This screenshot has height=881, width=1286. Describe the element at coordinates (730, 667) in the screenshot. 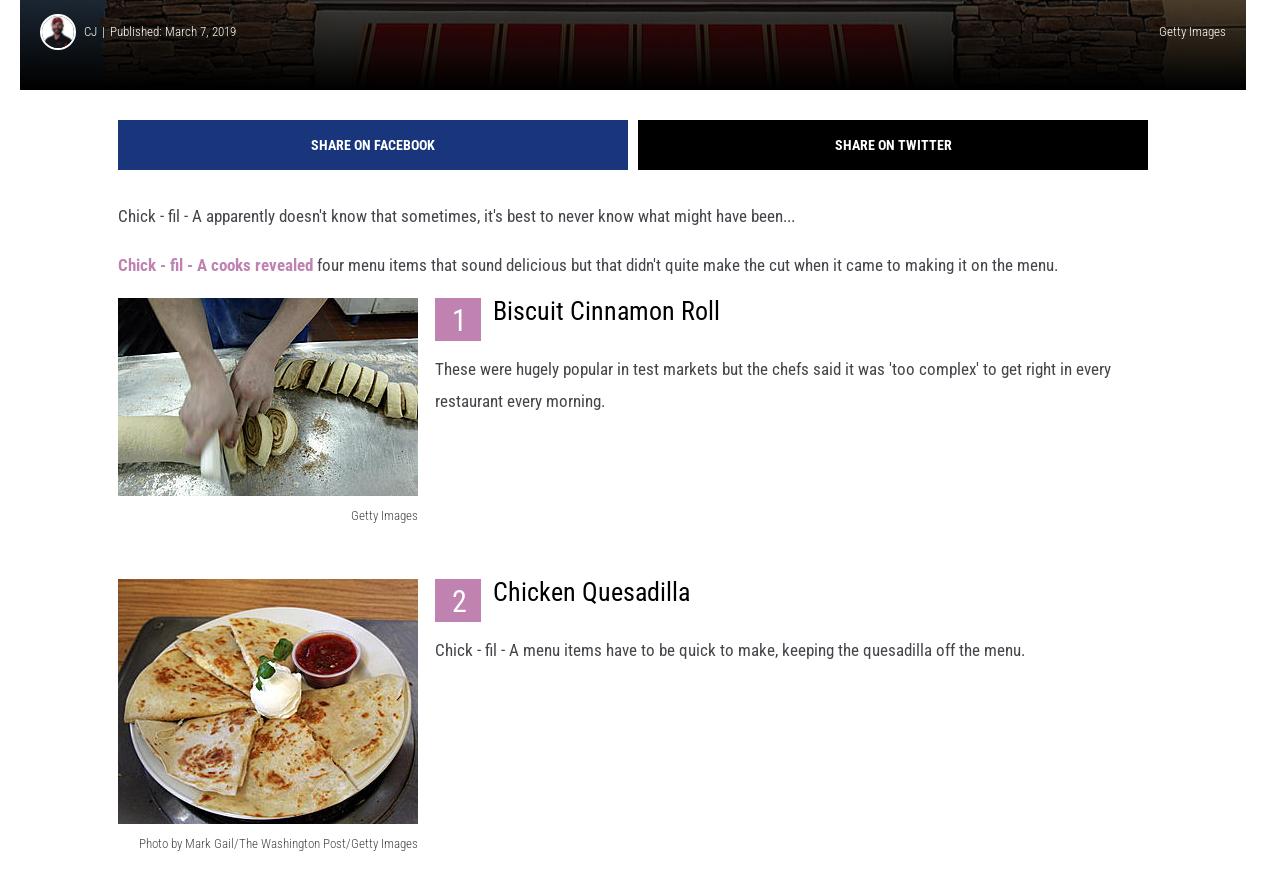

I see `'Chick - fil - A menu items have to be quick to make, keeping the quesadilla off the menu.'` at that location.